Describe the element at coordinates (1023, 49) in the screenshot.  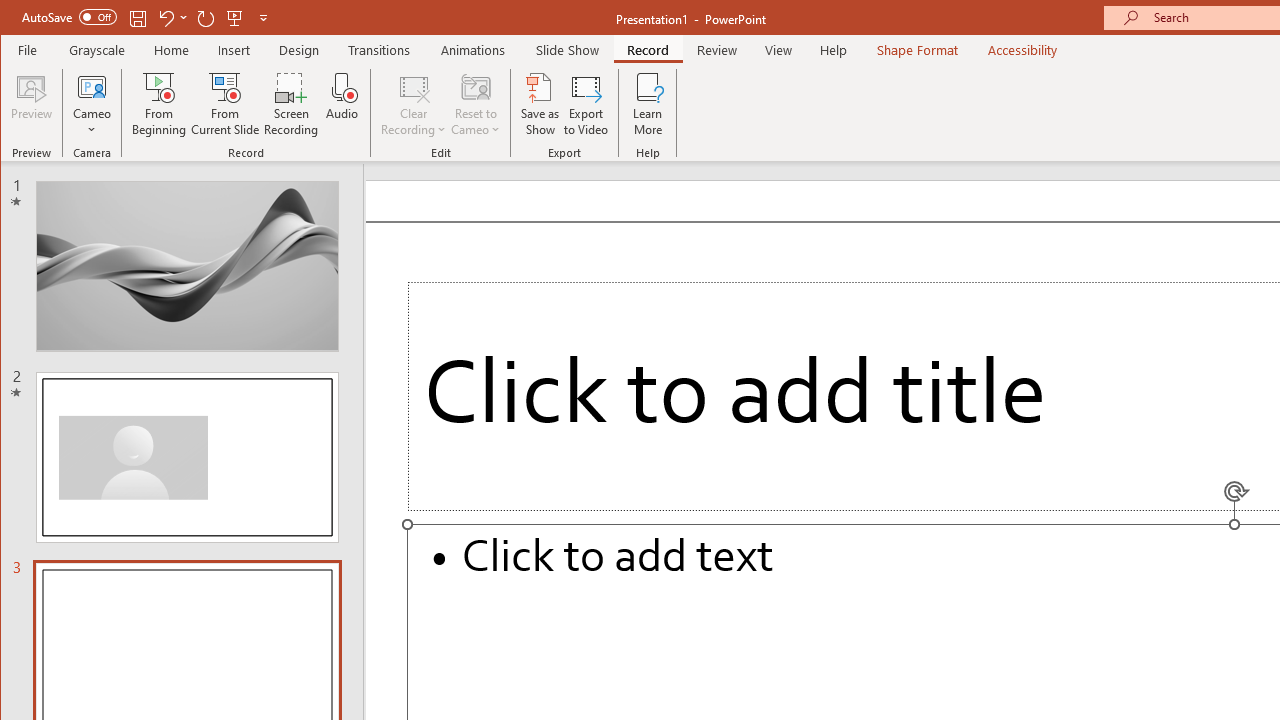
I see `'Accessibility'` at that location.